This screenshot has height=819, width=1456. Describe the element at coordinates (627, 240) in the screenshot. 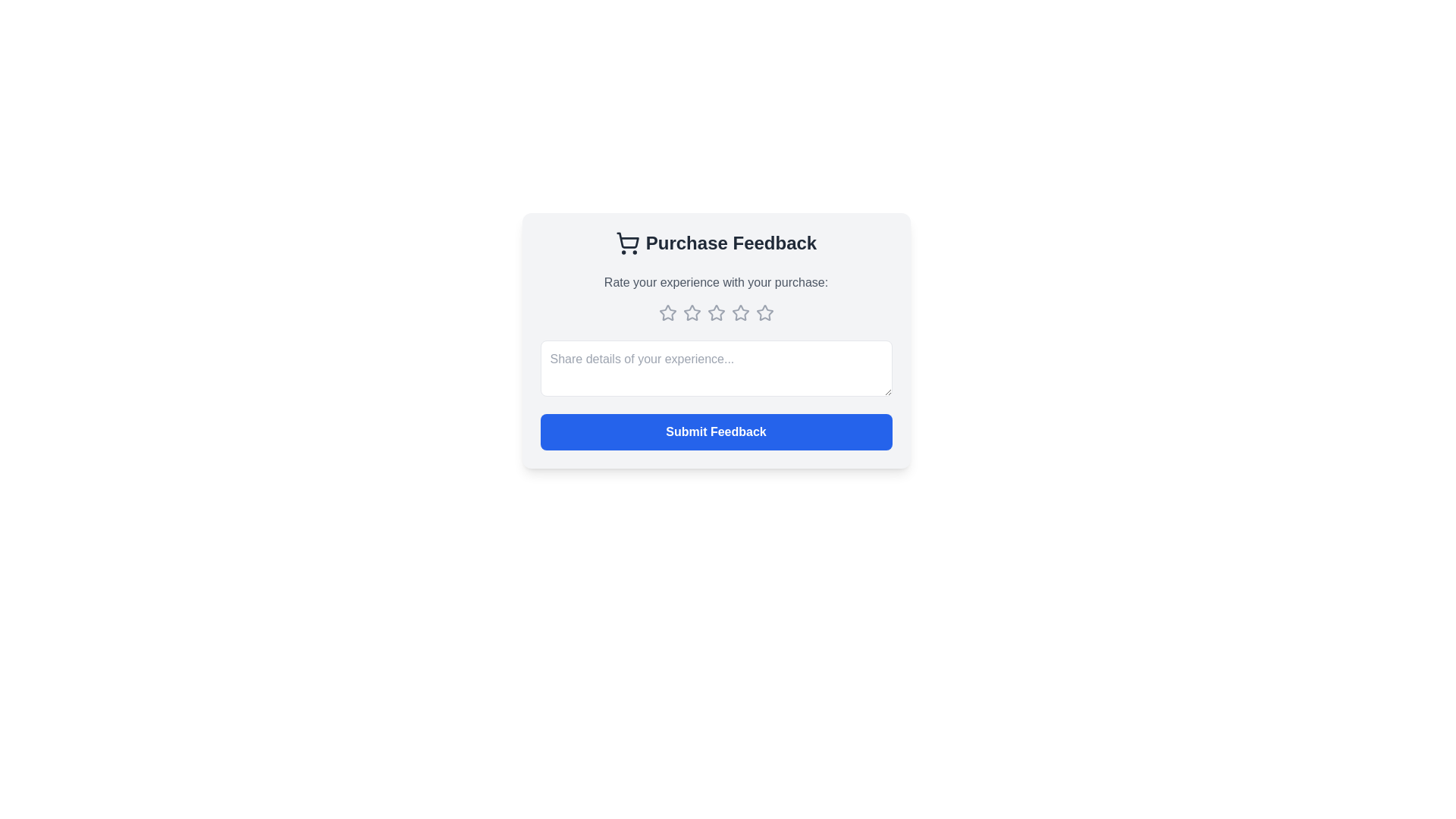

I see `the shopping cart icon located in the 'Purchase Feedback' header section, which is highlighted and visually represents a shopping cart` at that location.